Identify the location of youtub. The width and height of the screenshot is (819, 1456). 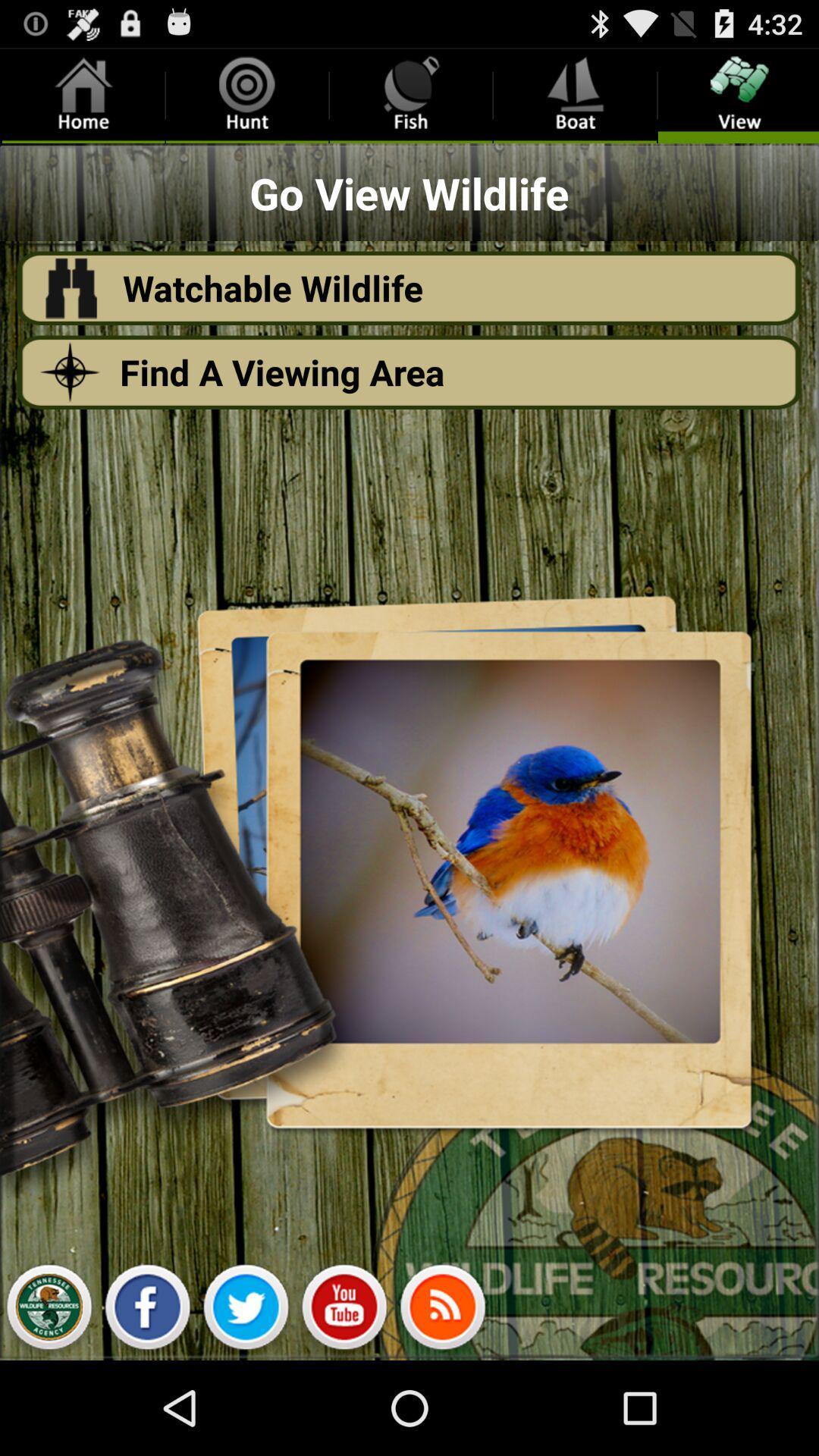
(344, 1310).